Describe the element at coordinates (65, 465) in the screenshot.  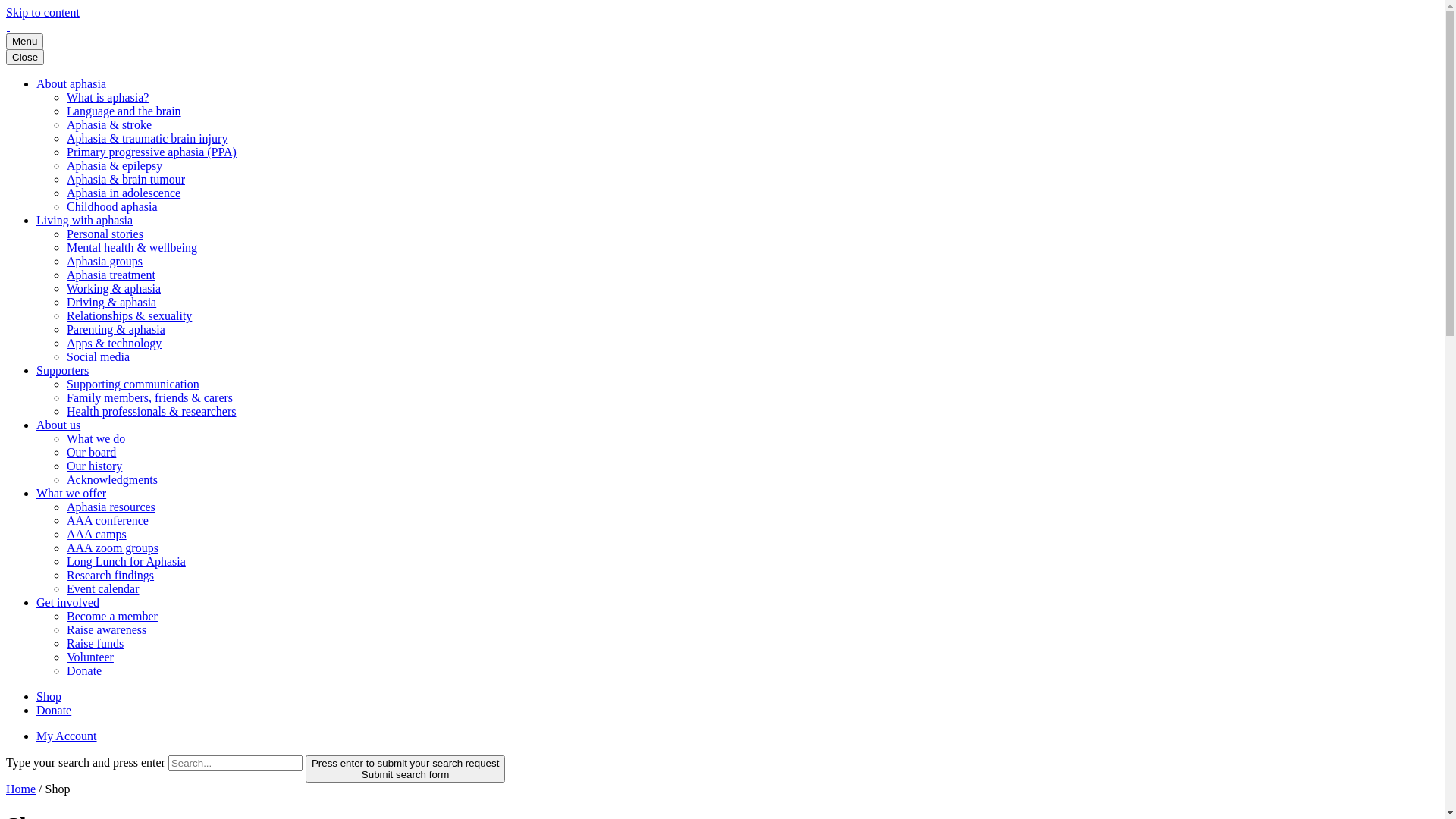
I see `'Our history'` at that location.